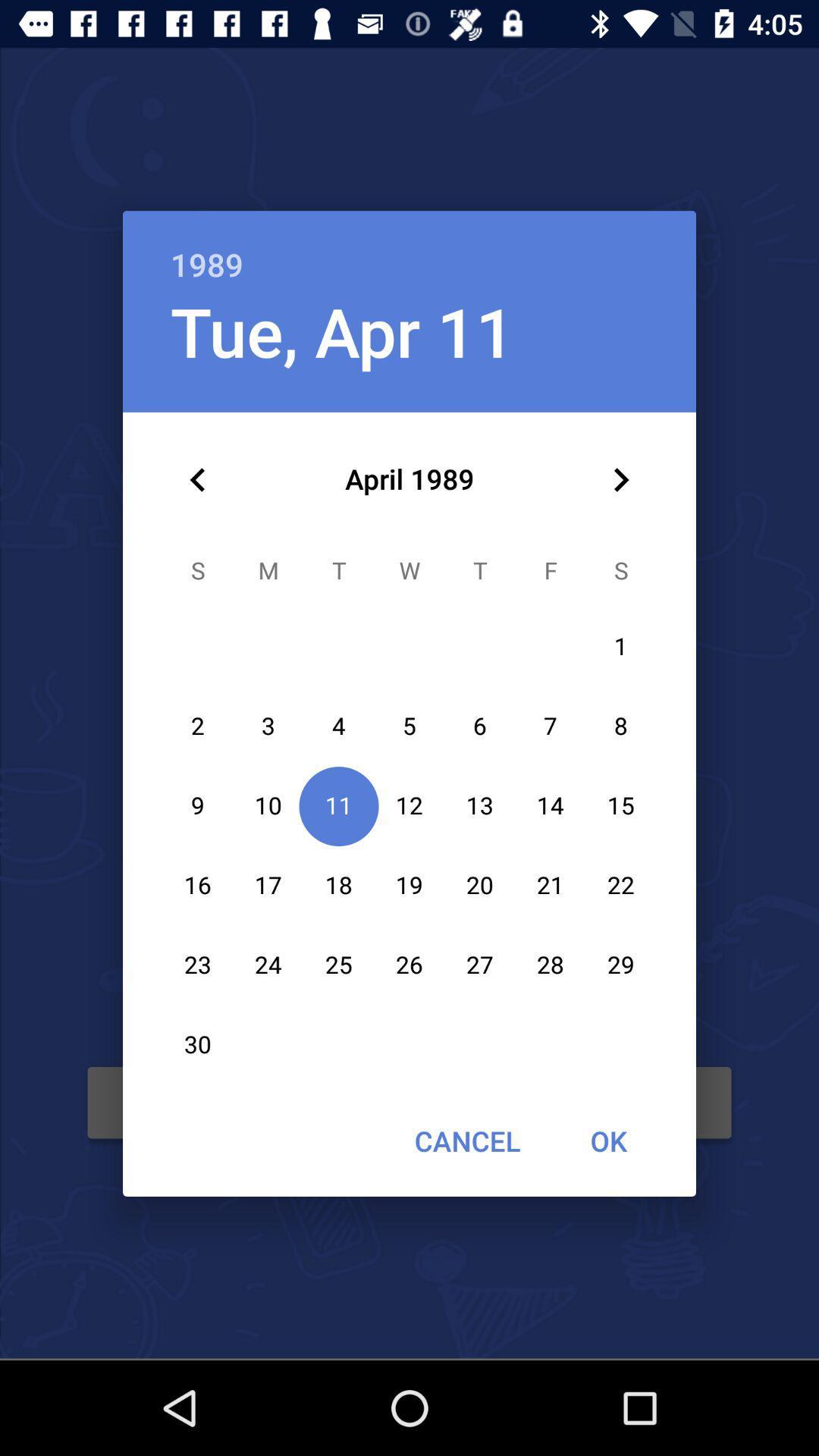 This screenshot has width=819, height=1456. What do you see at coordinates (620, 479) in the screenshot?
I see `the icon above the ok icon` at bounding box center [620, 479].